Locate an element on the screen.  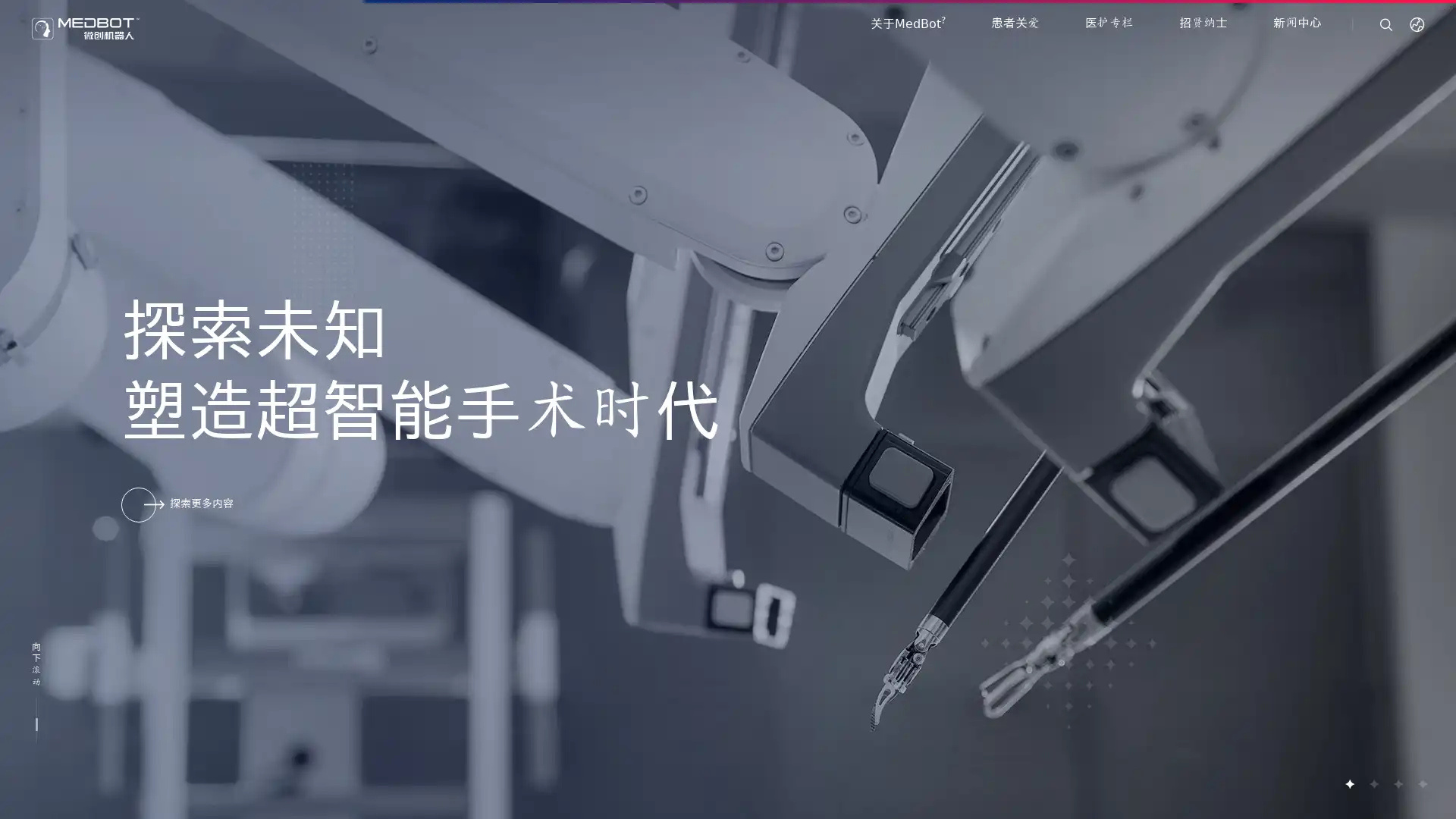
Go to slide 3 is located at coordinates (1397, 783).